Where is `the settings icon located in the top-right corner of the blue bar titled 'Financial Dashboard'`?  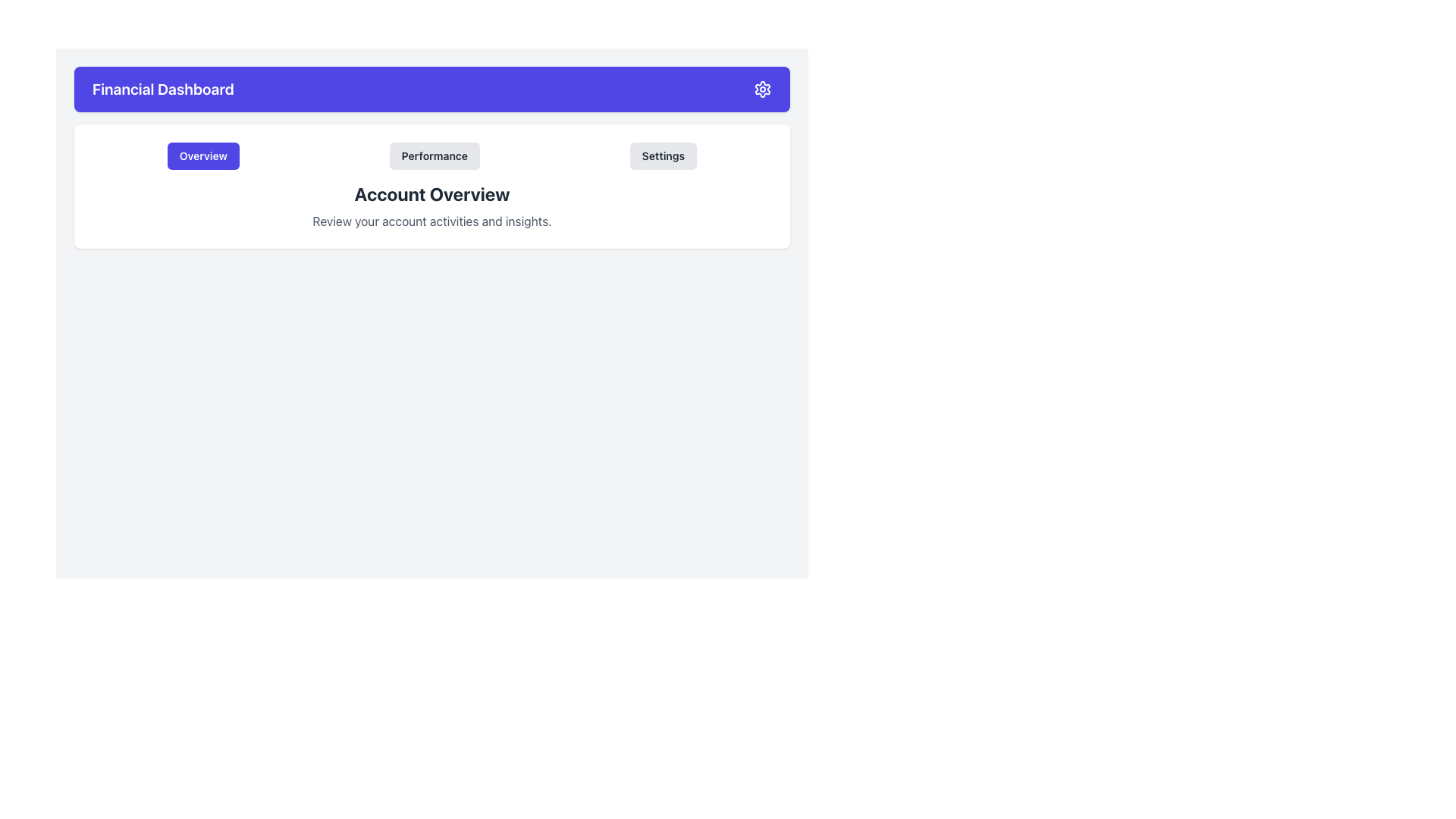
the settings icon located in the top-right corner of the blue bar titled 'Financial Dashboard' is located at coordinates (763, 89).